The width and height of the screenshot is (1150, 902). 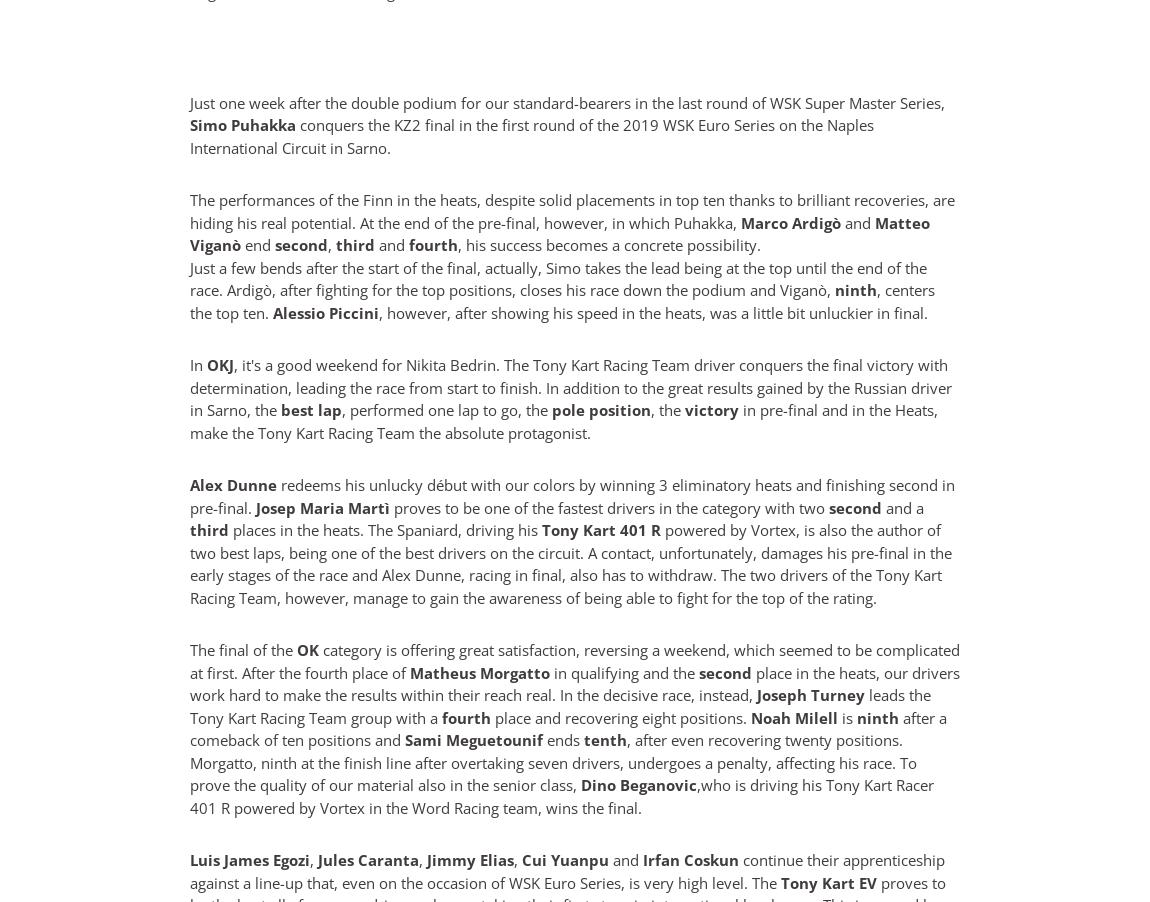 What do you see at coordinates (272, 311) in the screenshot?
I see `'Alessio Piccini'` at bounding box center [272, 311].